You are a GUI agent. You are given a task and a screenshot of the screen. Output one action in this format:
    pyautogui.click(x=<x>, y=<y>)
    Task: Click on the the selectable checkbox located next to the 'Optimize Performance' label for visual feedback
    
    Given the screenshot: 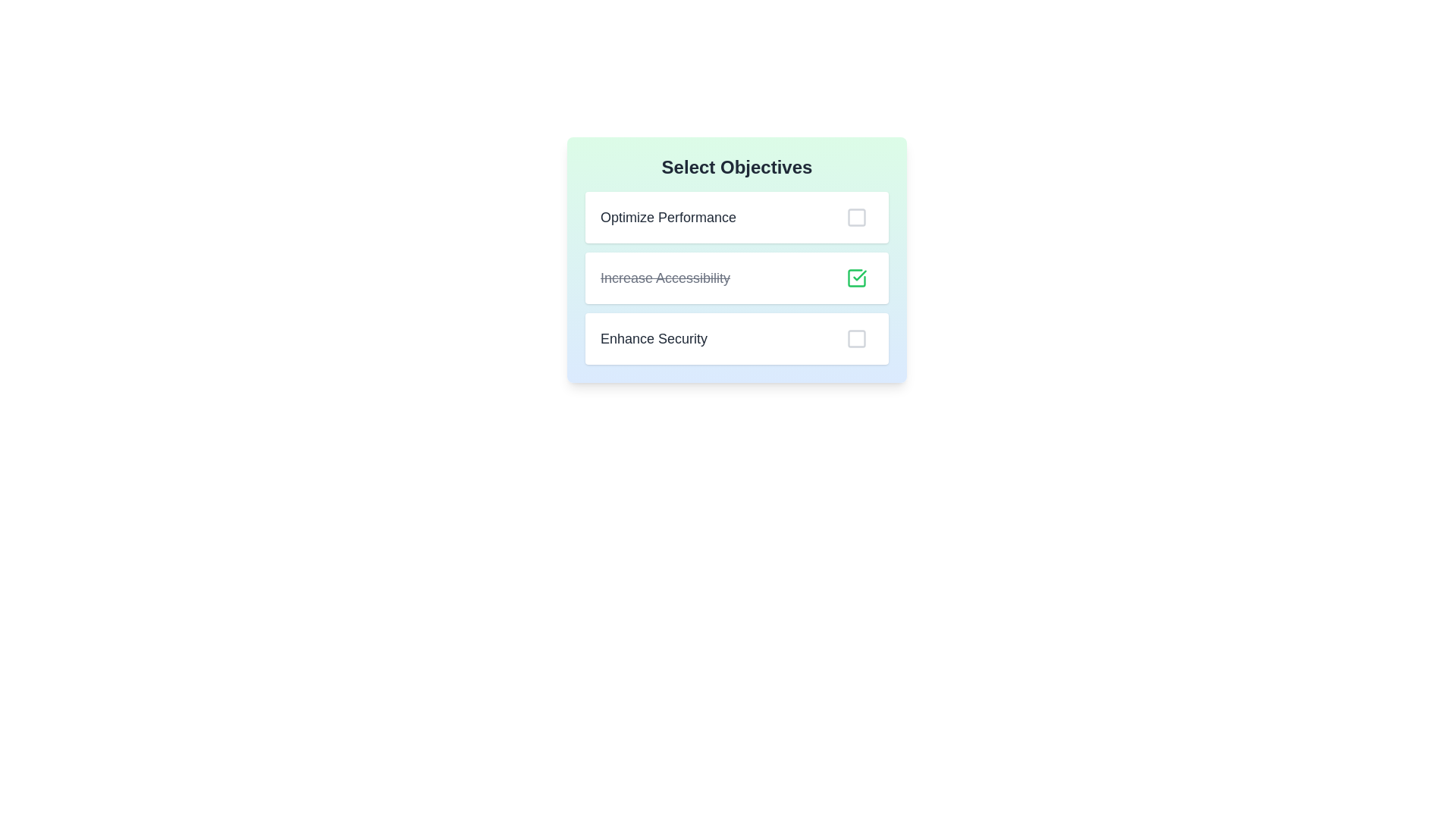 What is the action you would take?
    pyautogui.click(x=856, y=217)
    